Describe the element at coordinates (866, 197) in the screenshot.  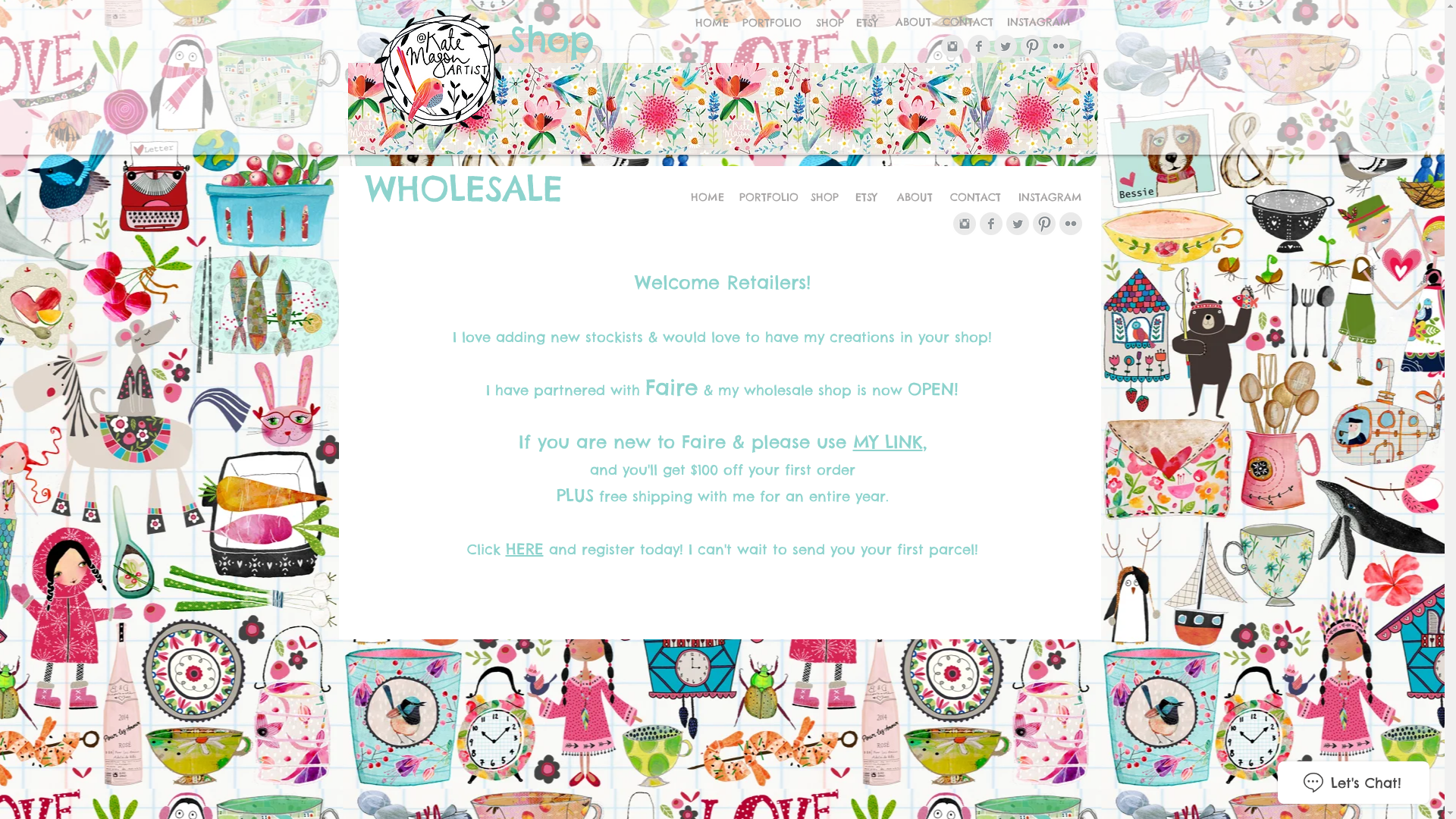
I see `'ETSY'` at that location.